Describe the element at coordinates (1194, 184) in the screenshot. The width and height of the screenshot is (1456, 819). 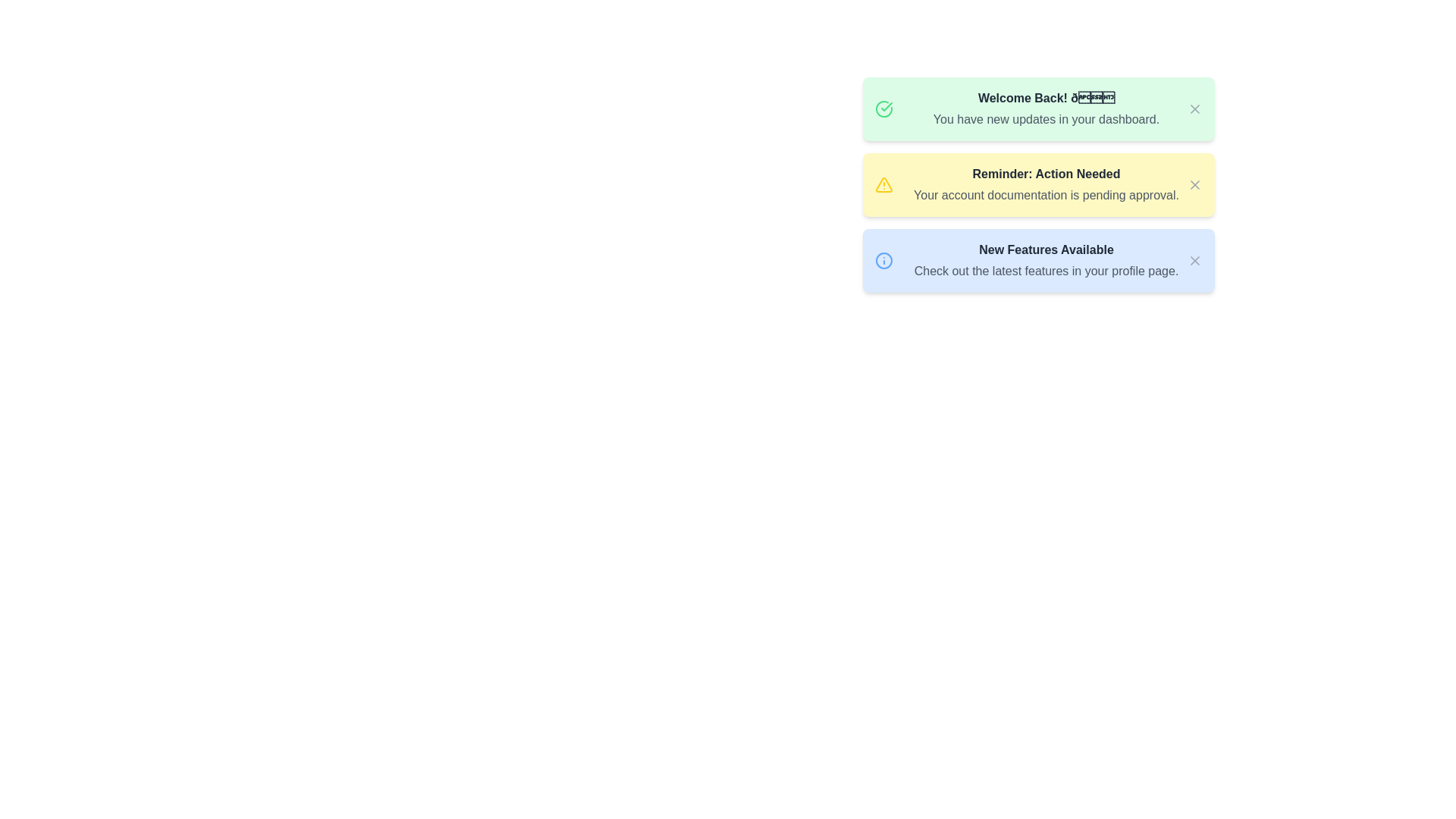
I see `the close icon resembling a small 'X' in the top-right corner of the yellow notification card titled 'Reminder: Action Needed'` at that location.